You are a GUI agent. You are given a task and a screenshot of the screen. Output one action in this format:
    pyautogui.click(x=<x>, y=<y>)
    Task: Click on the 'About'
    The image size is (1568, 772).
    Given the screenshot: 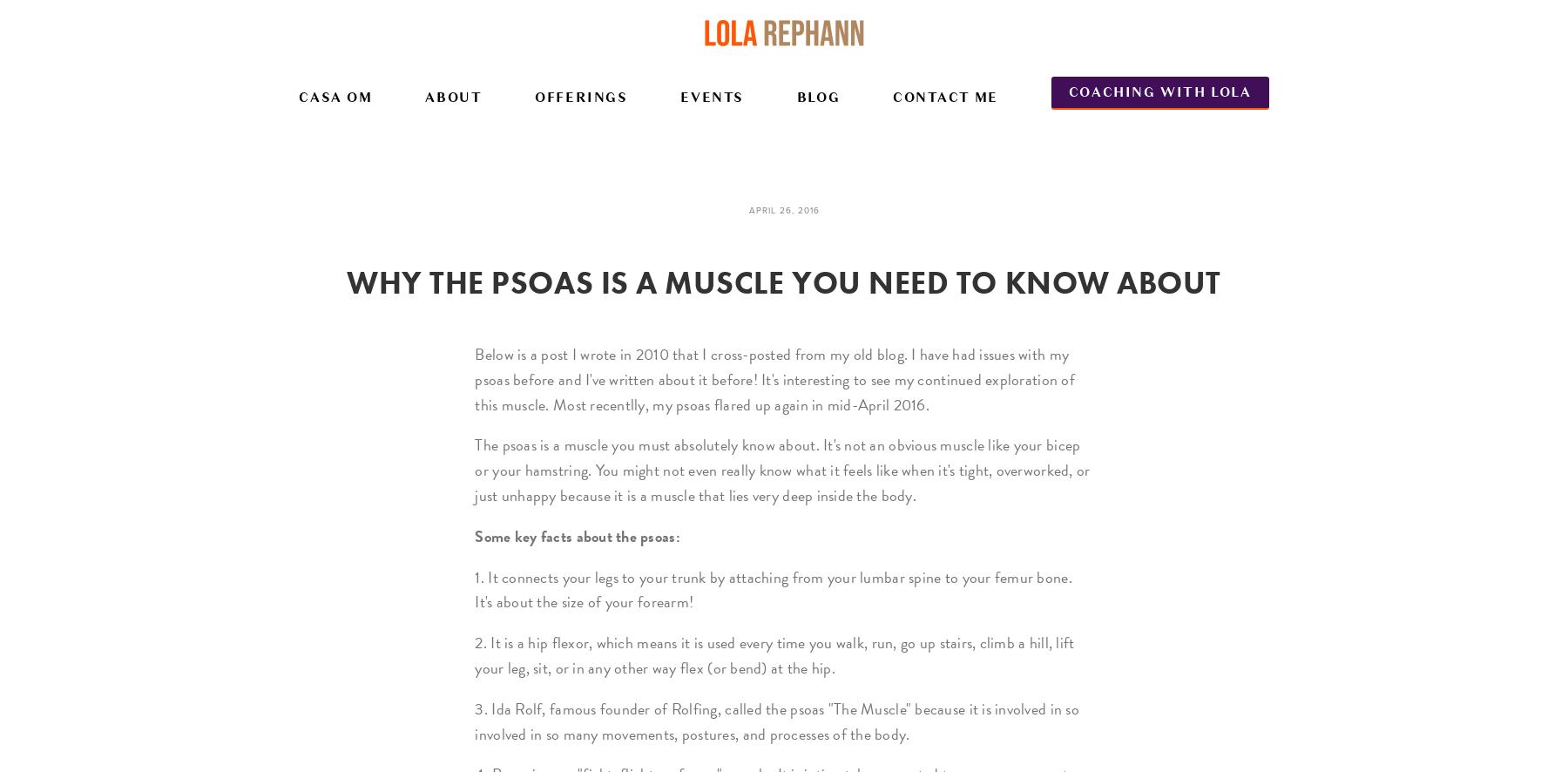 What is the action you would take?
    pyautogui.click(x=452, y=97)
    